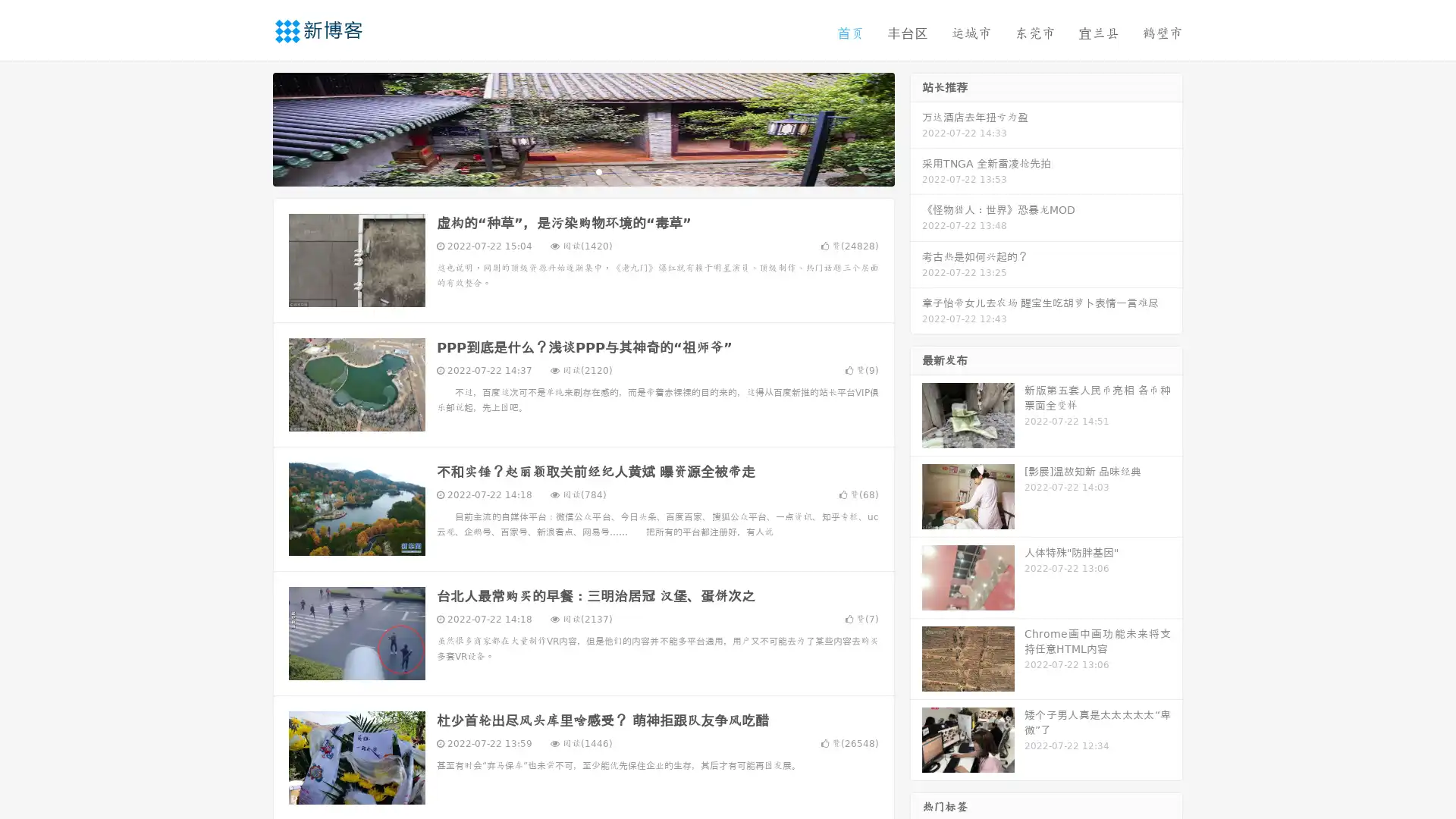  I want to click on Go to slide 2, so click(582, 171).